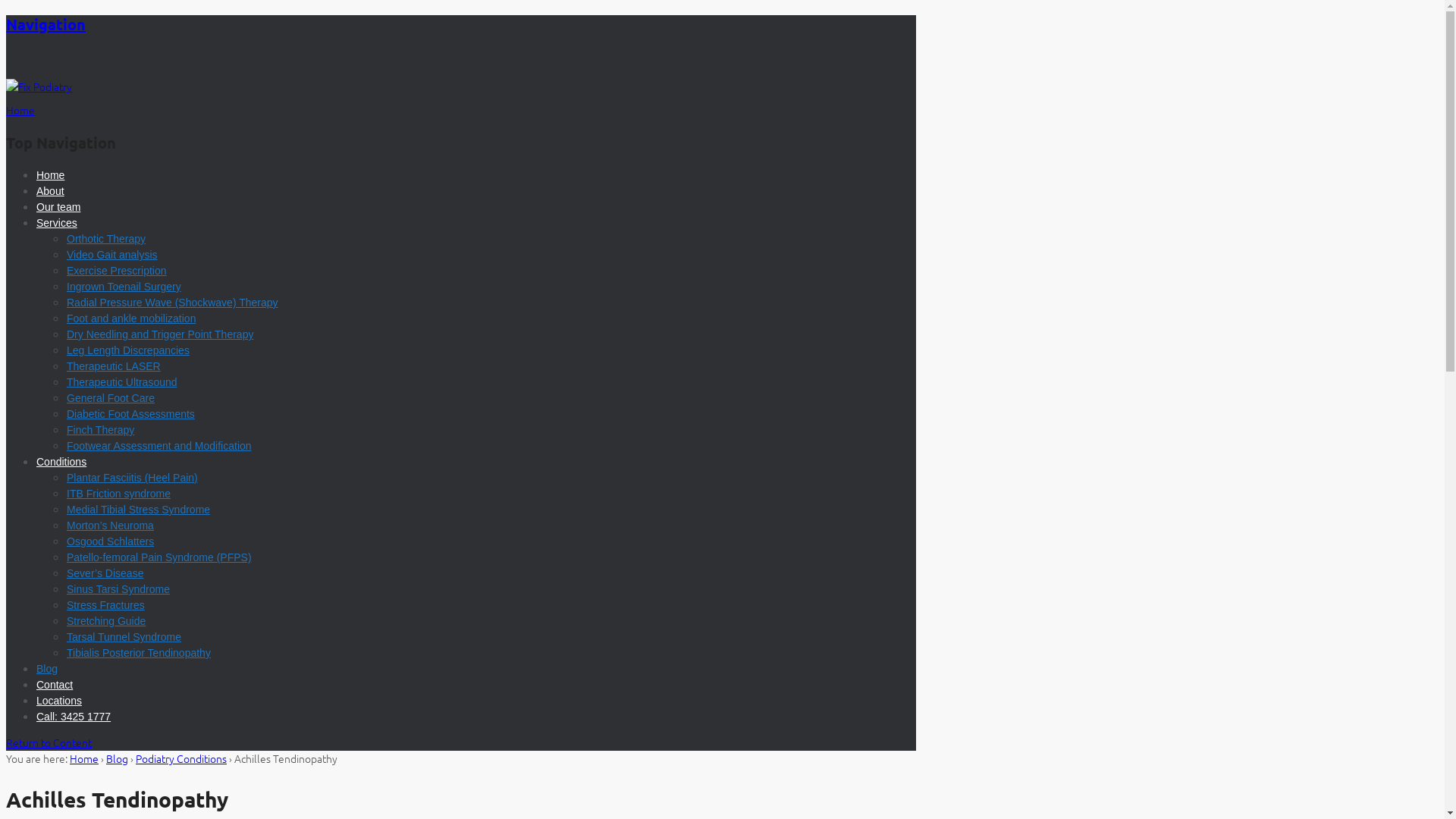 The image size is (1456, 819). Describe the element at coordinates (105, 239) in the screenshot. I see `'Orthotic Therapy'` at that location.